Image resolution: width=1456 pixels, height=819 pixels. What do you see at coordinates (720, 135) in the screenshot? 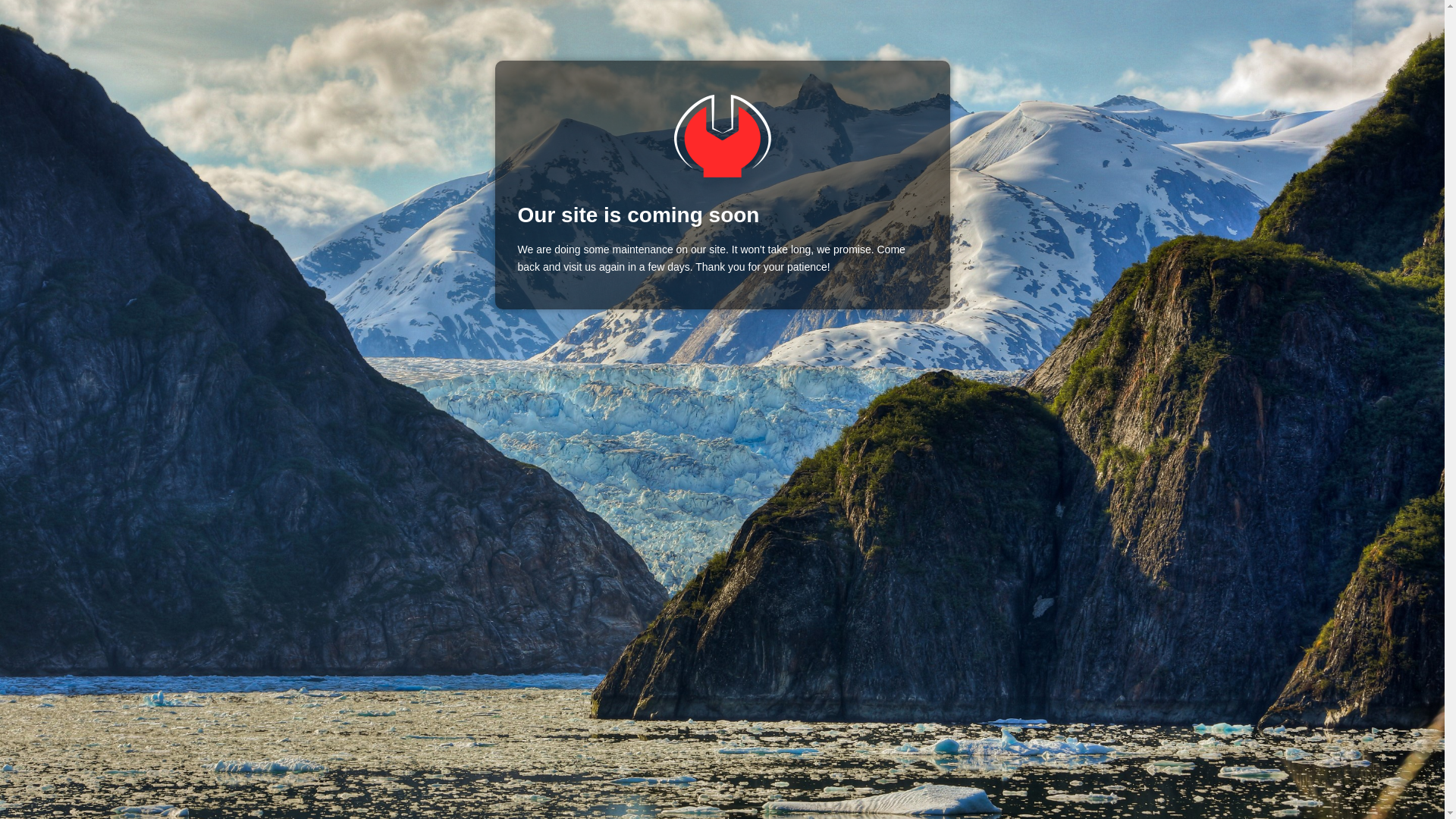
I see `'Long Lasting Private Wealth'` at bounding box center [720, 135].